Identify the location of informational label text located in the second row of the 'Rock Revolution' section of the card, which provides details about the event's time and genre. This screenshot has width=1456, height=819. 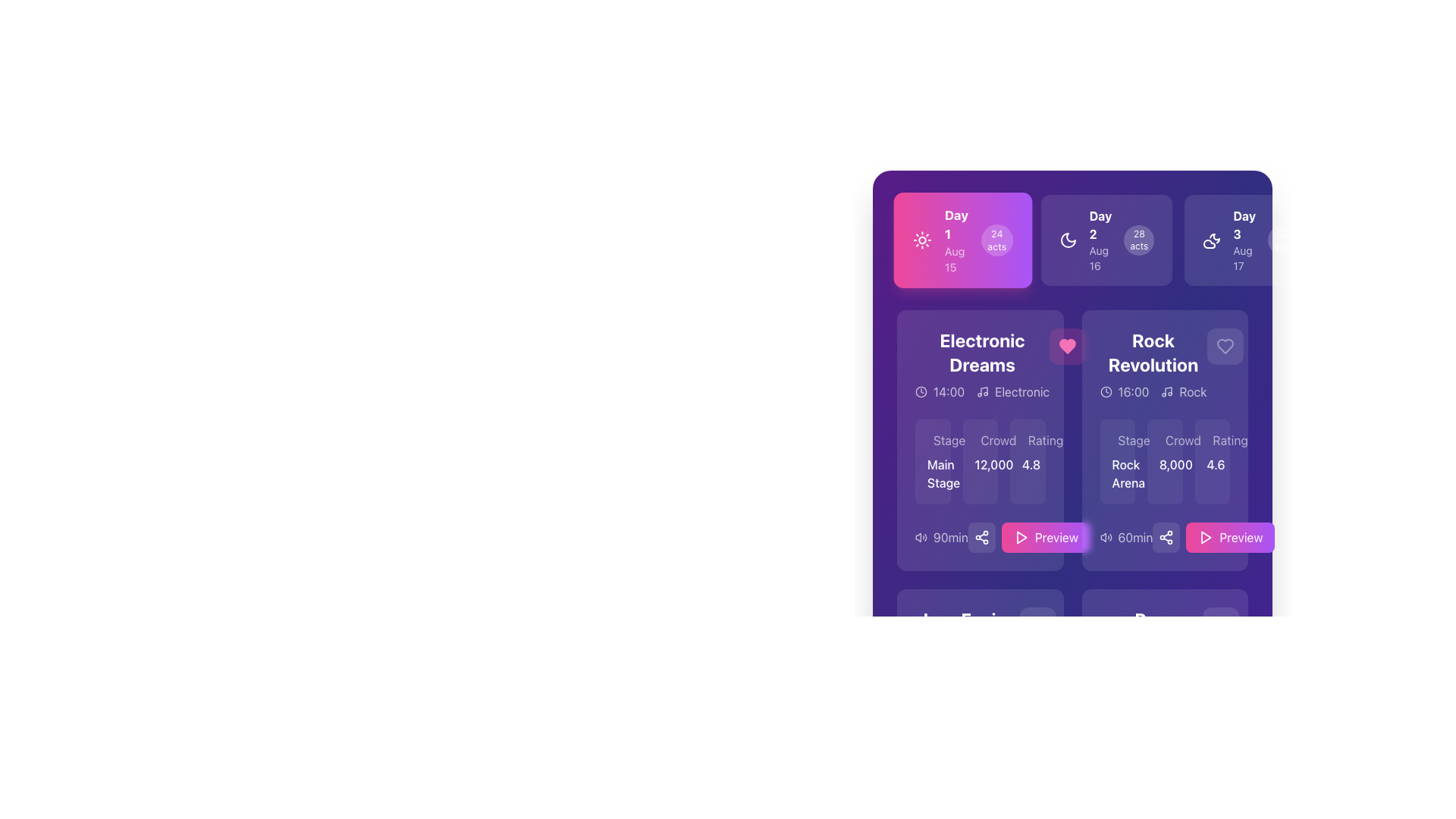
(1153, 391).